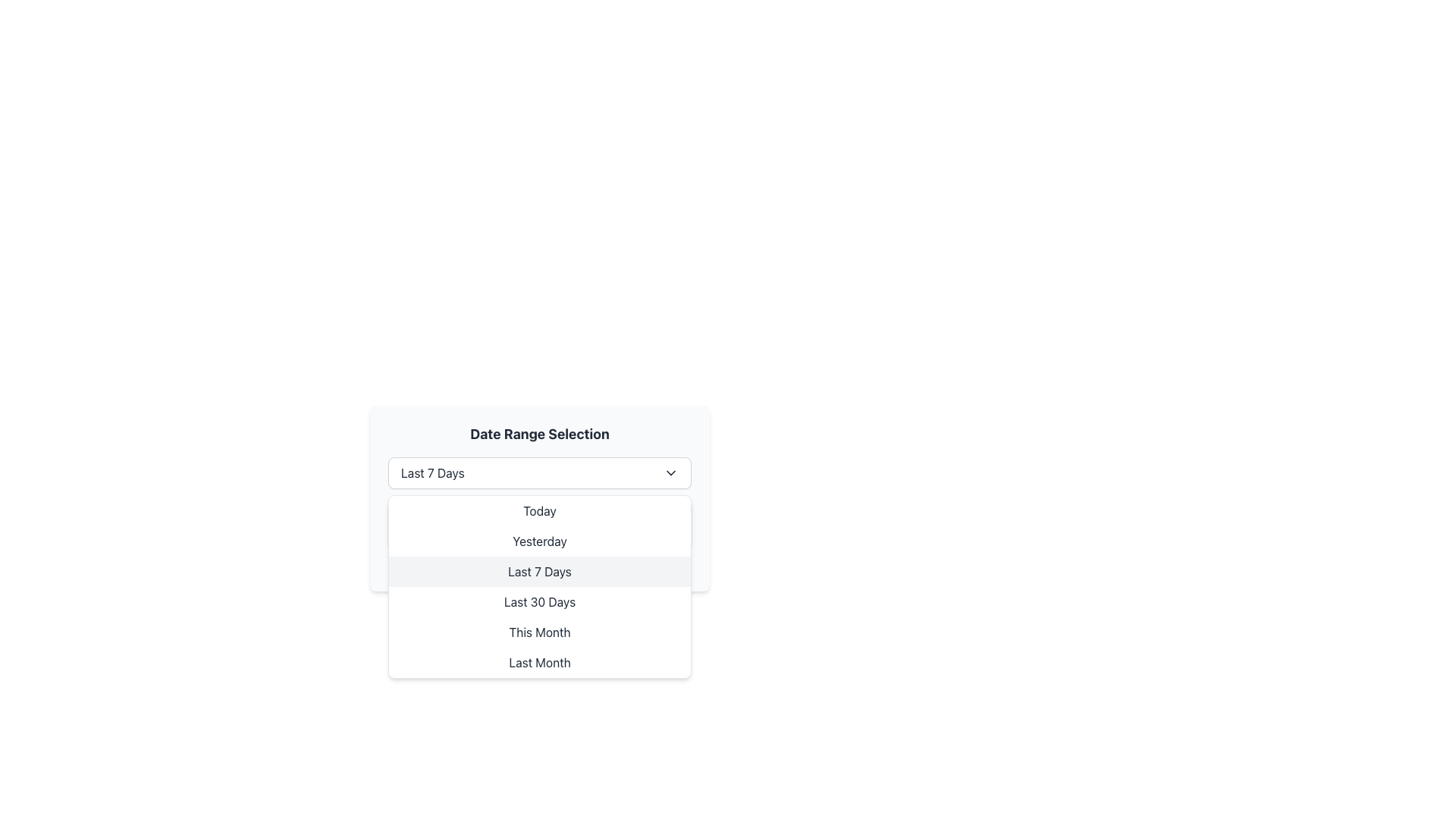 The width and height of the screenshot is (1456, 819). I want to click on the 'This Month' selection option in the dropdown menu titled 'Date Range Selection', which is the fifth option in the list, so click(539, 632).